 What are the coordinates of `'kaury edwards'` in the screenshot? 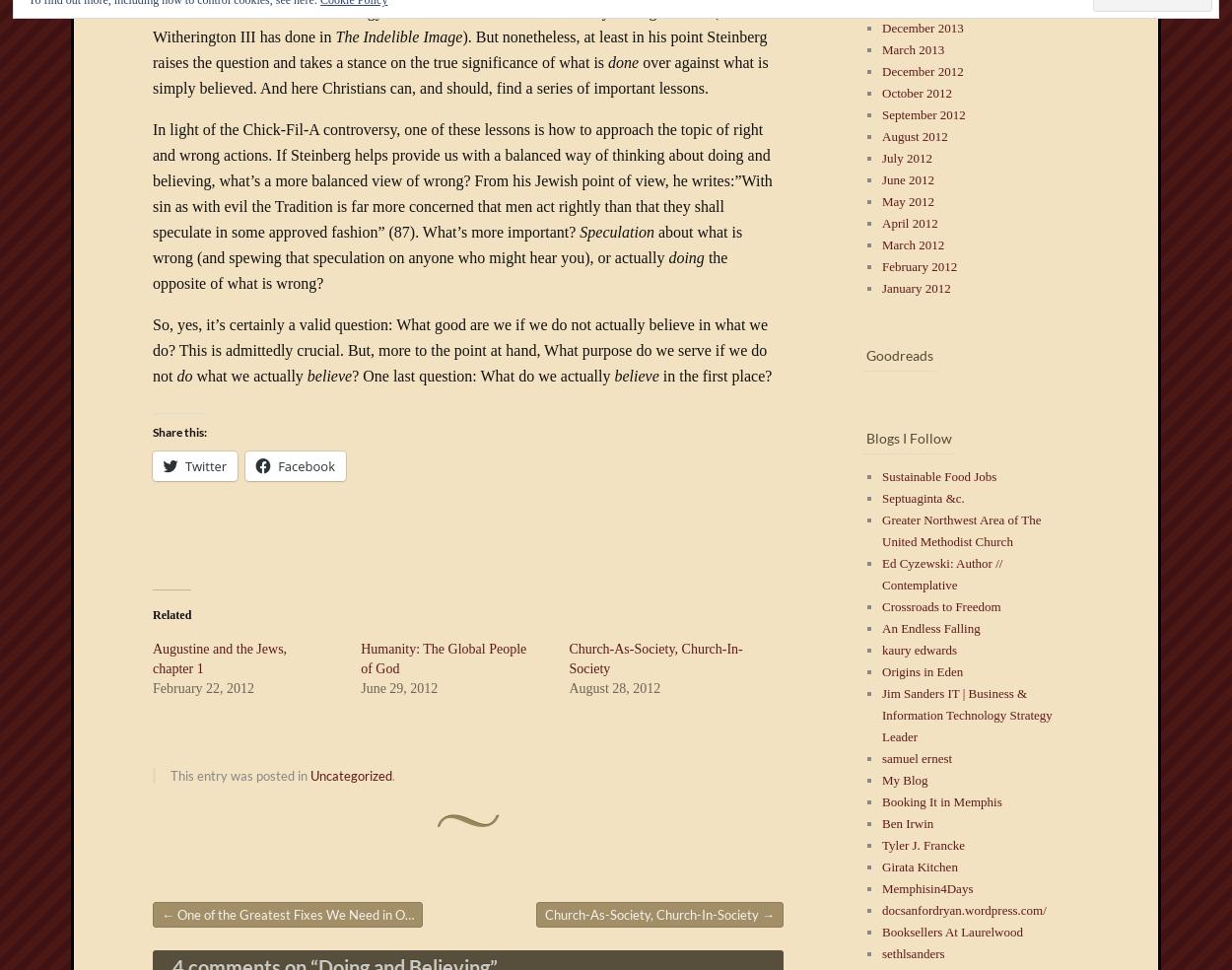 It's located at (919, 649).